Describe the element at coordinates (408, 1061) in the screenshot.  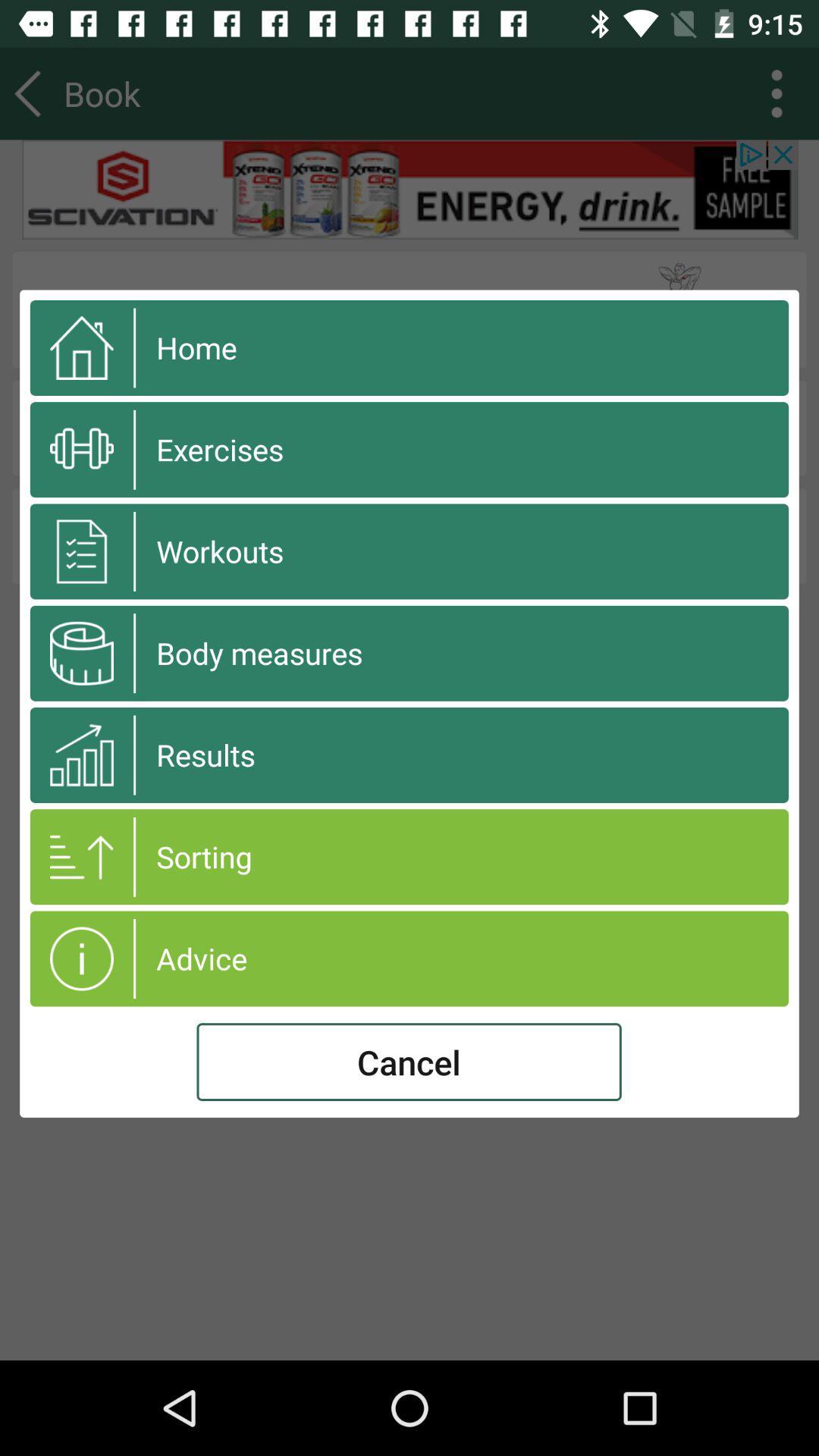
I see `the icon below the advice app` at that location.